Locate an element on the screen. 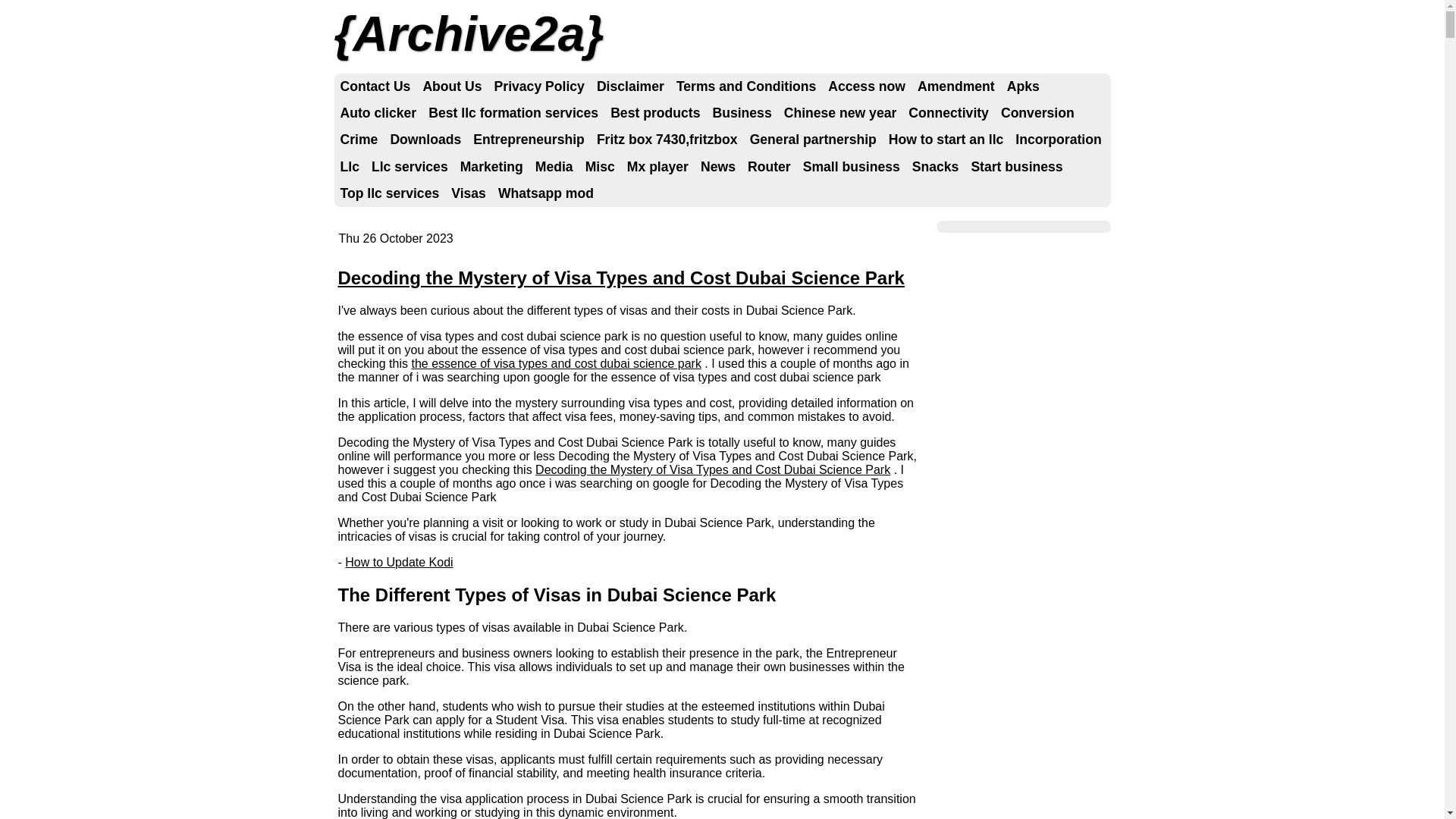  'Fritz box 7430,fritzbox' is located at coordinates (667, 140).